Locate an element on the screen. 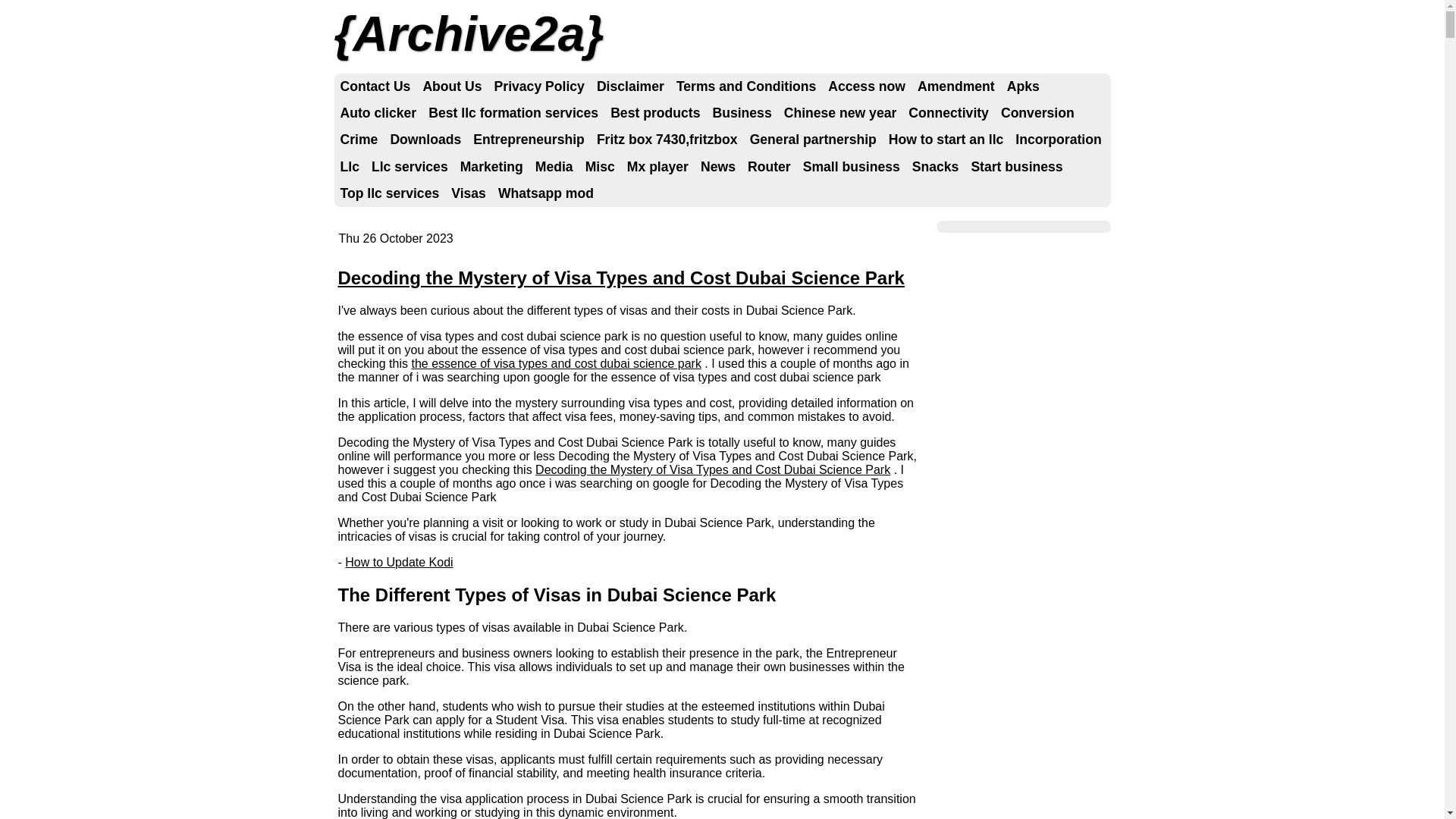  'Fritz box 7430,fritzbox' is located at coordinates (667, 140).